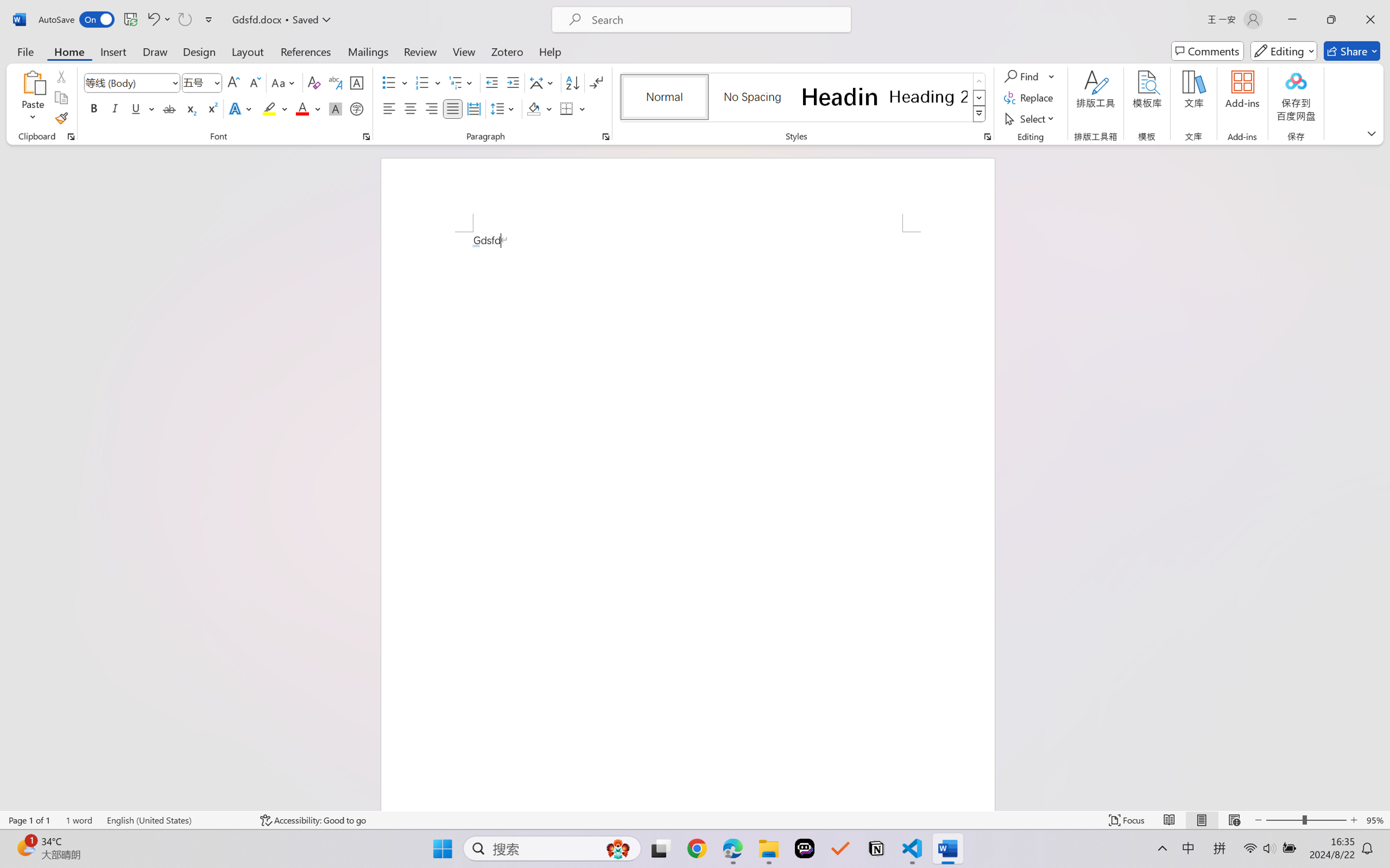 The height and width of the screenshot is (868, 1390). What do you see at coordinates (539, 108) in the screenshot?
I see `'Shading'` at bounding box center [539, 108].